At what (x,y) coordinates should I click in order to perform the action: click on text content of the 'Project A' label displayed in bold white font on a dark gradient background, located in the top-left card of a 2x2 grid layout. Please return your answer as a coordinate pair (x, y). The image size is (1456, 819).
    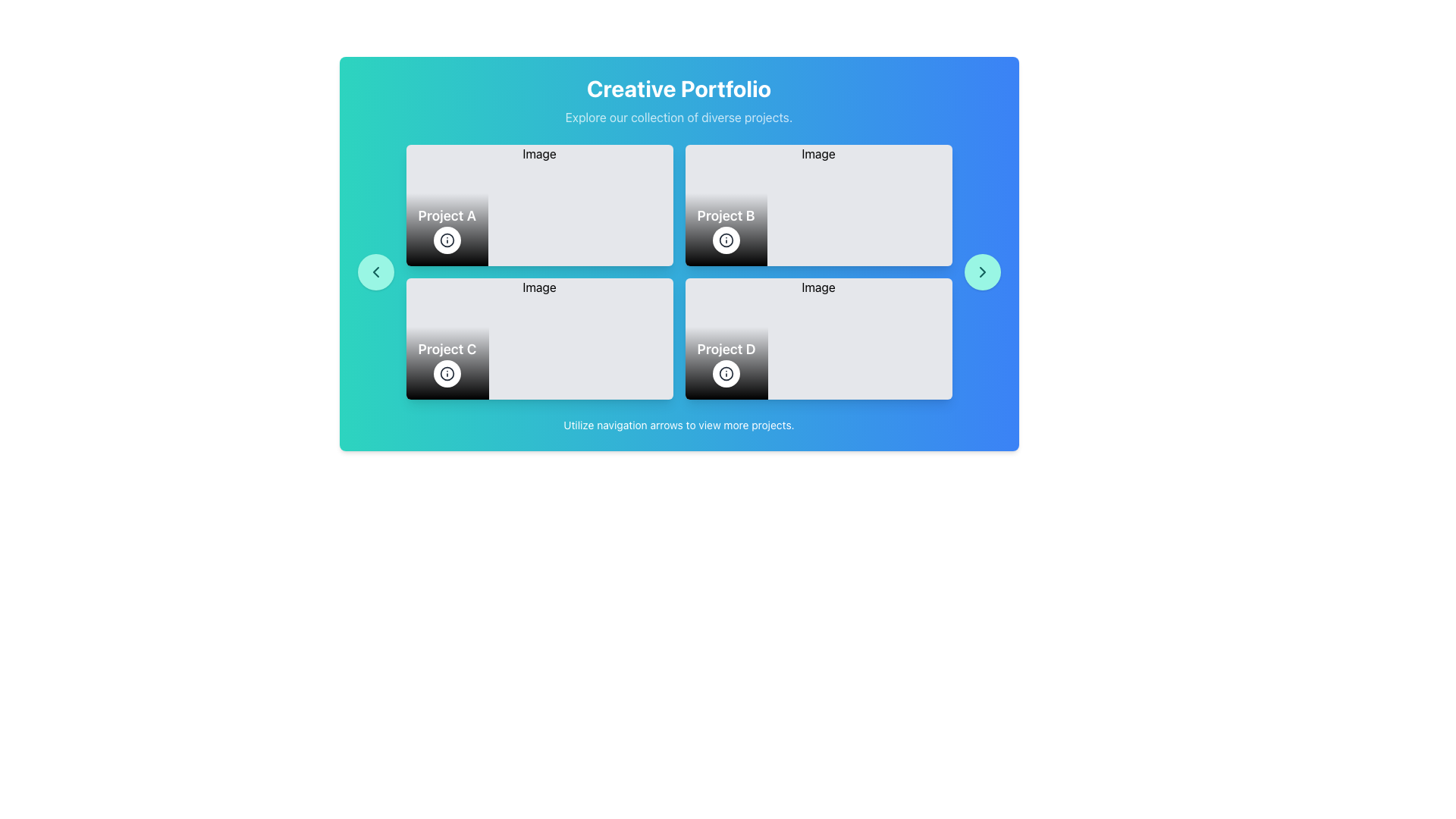
    Looking at the image, I should click on (446, 216).